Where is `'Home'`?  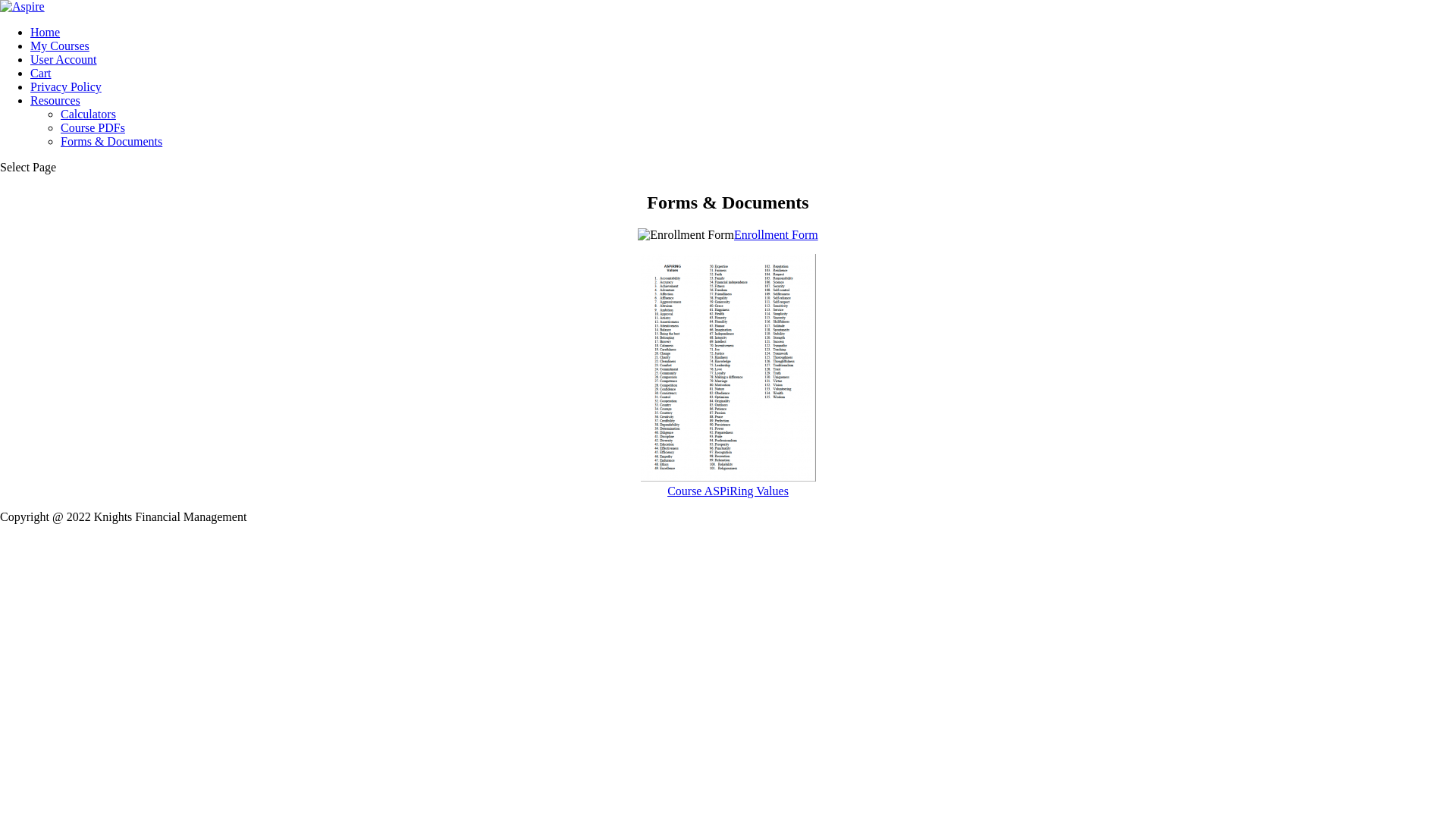
'Home' is located at coordinates (30, 32).